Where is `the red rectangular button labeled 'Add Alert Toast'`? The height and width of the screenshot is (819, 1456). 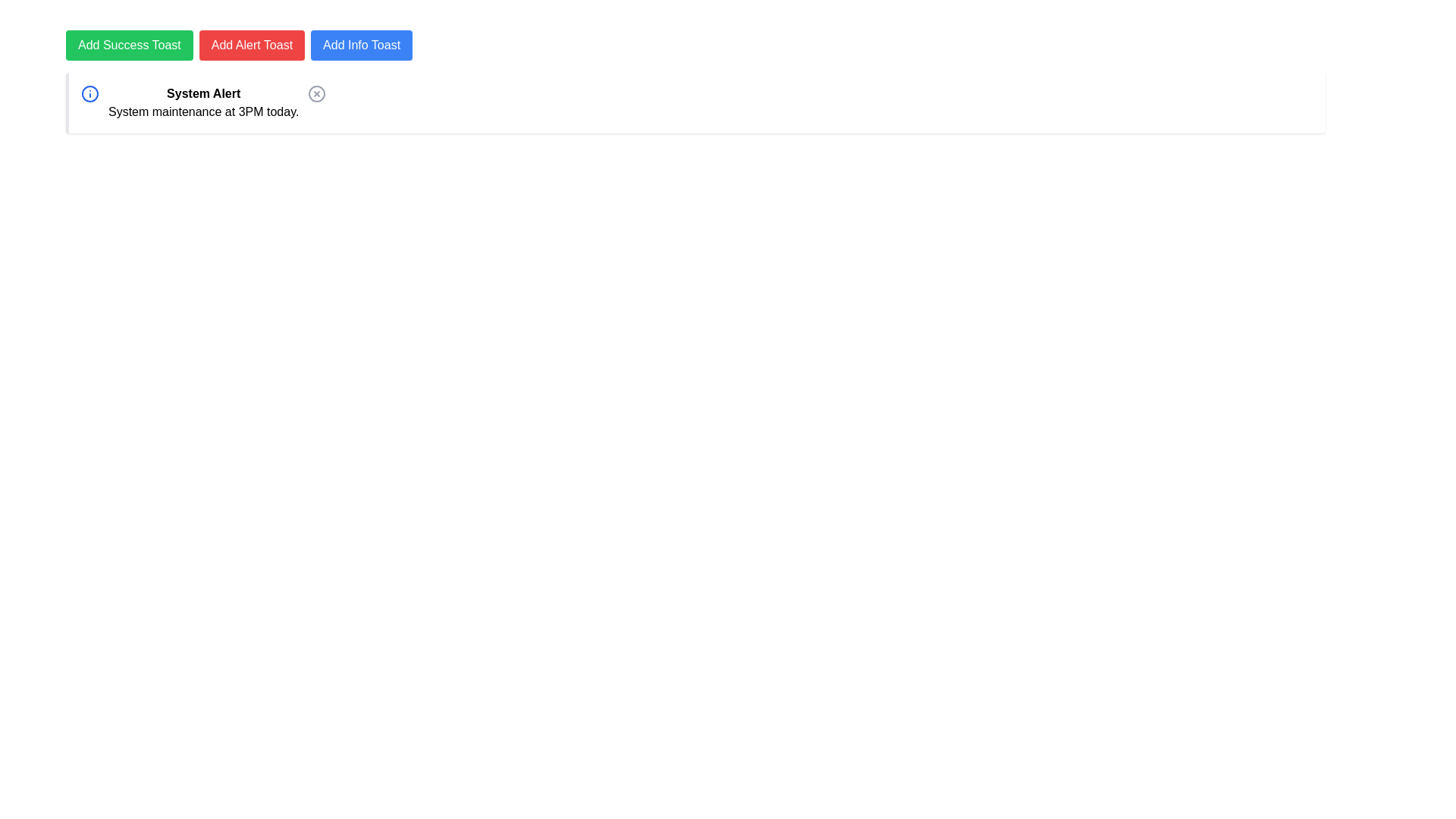
the red rectangular button labeled 'Add Alert Toast' is located at coordinates (251, 45).